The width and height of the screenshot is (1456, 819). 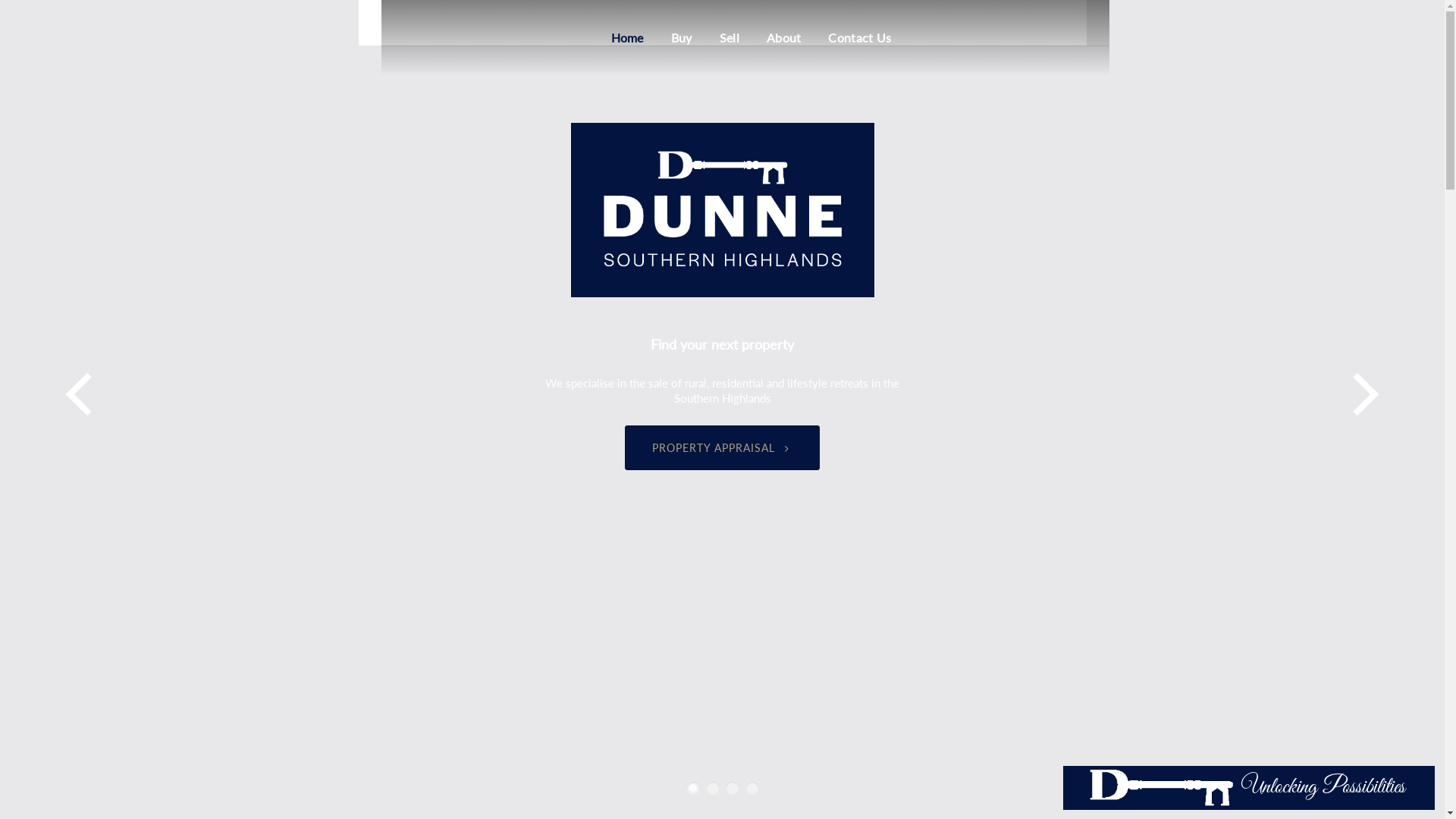 What do you see at coordinates (729, 37) in the screenshot?
I see `'Sell'` at bounding box center [729, 37].